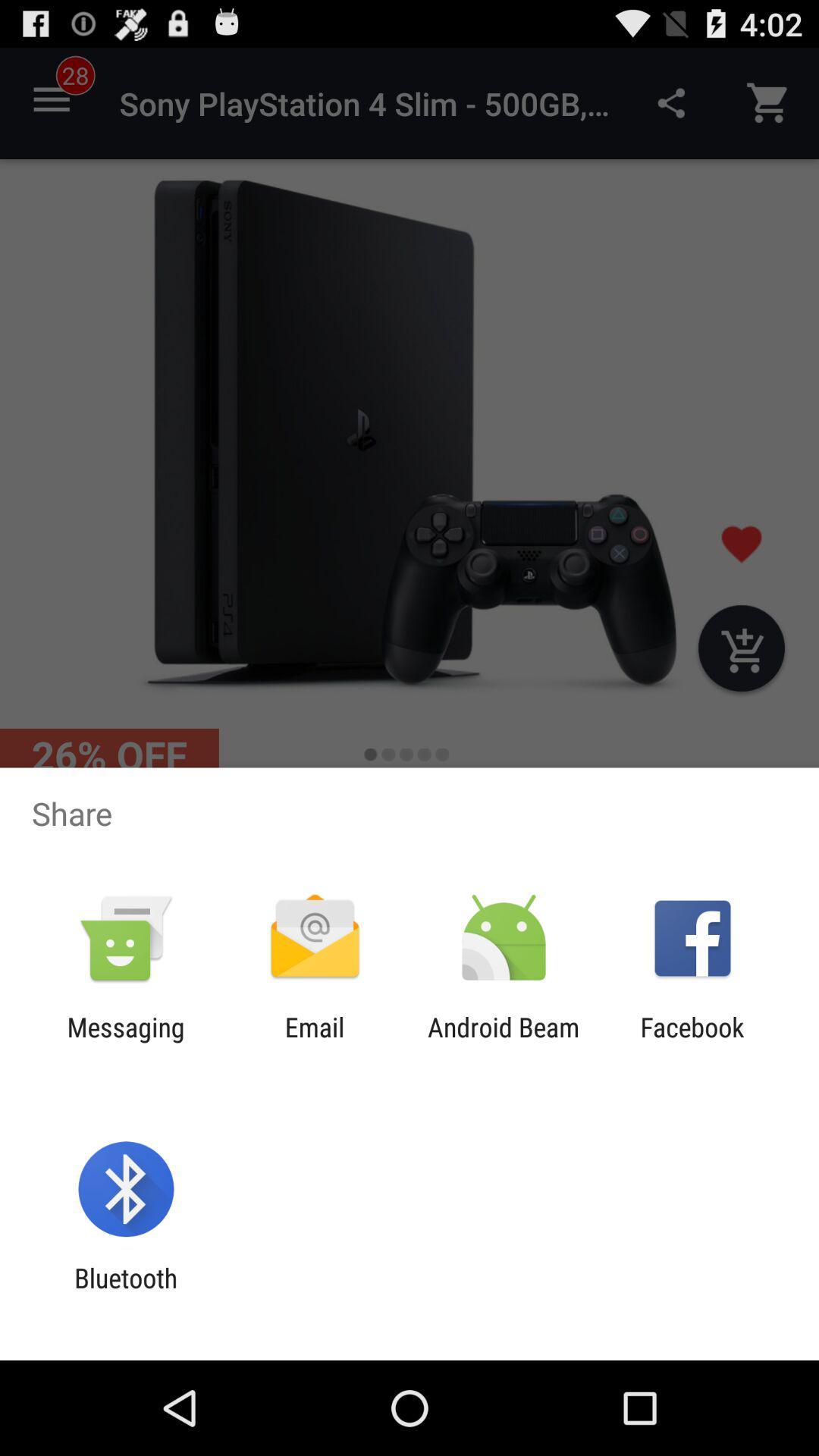 The image size is (819, 1456). What do you see at coordinates (504, 1042) in the screenshot?
I see `the android beam` at bounding box center [504, 1042].